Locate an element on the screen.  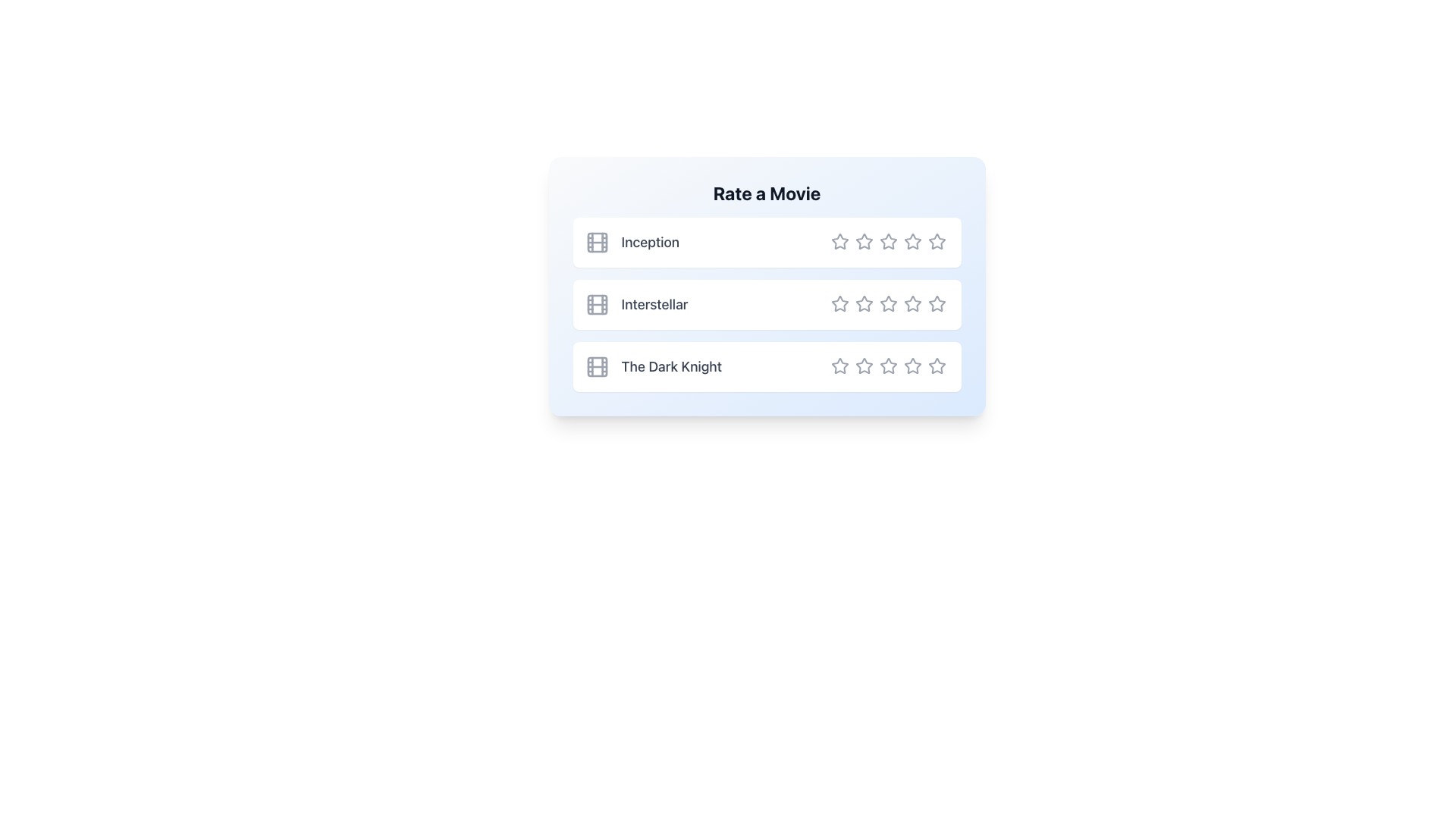
the fifth star rating icon for 'The Dark Knight' is located at coordinates (936, 366).